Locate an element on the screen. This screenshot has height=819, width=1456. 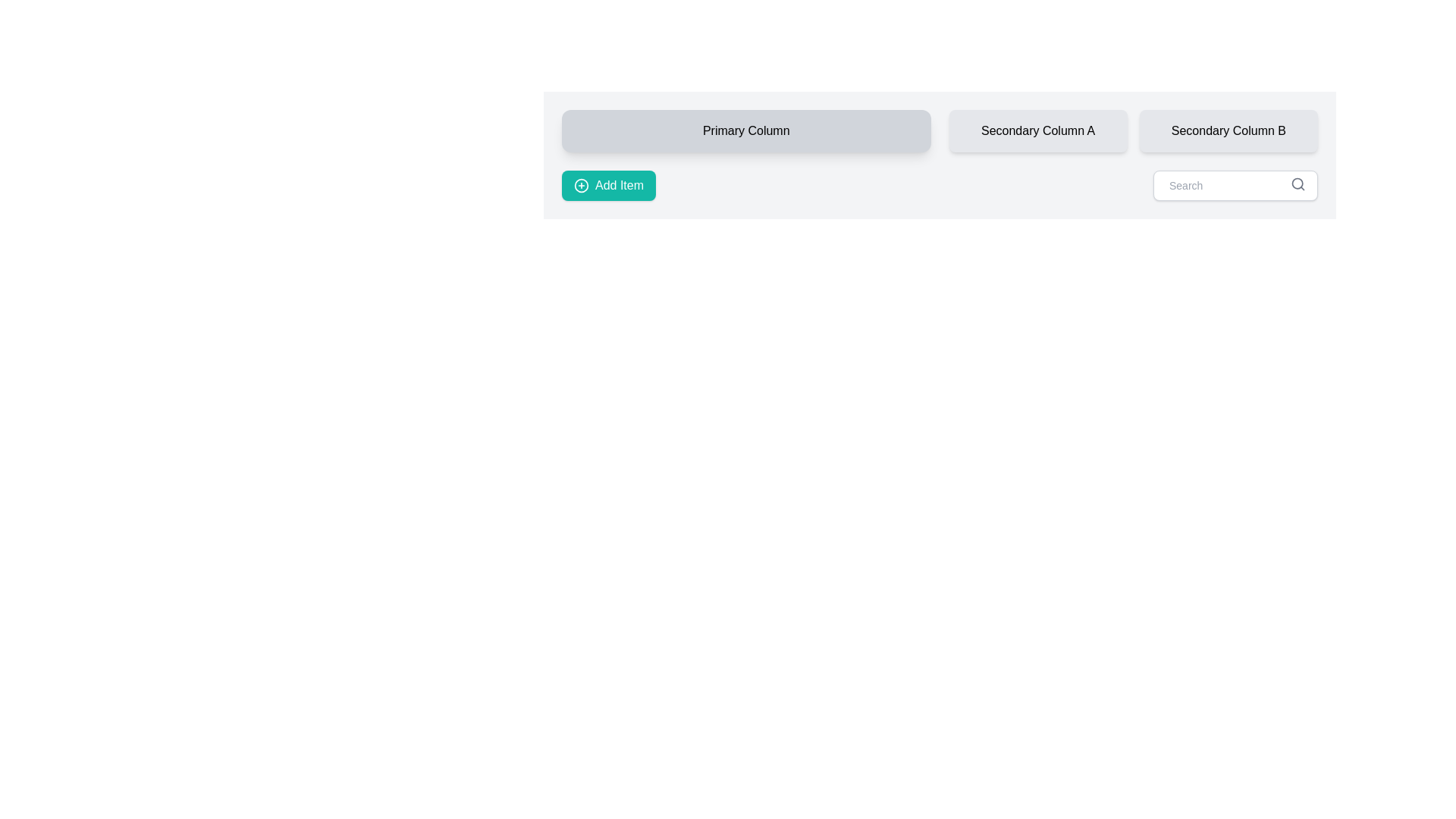
the icon located at the leftmost part of the 'Add Item' button to interact with it is located at coordinates (581, 185).